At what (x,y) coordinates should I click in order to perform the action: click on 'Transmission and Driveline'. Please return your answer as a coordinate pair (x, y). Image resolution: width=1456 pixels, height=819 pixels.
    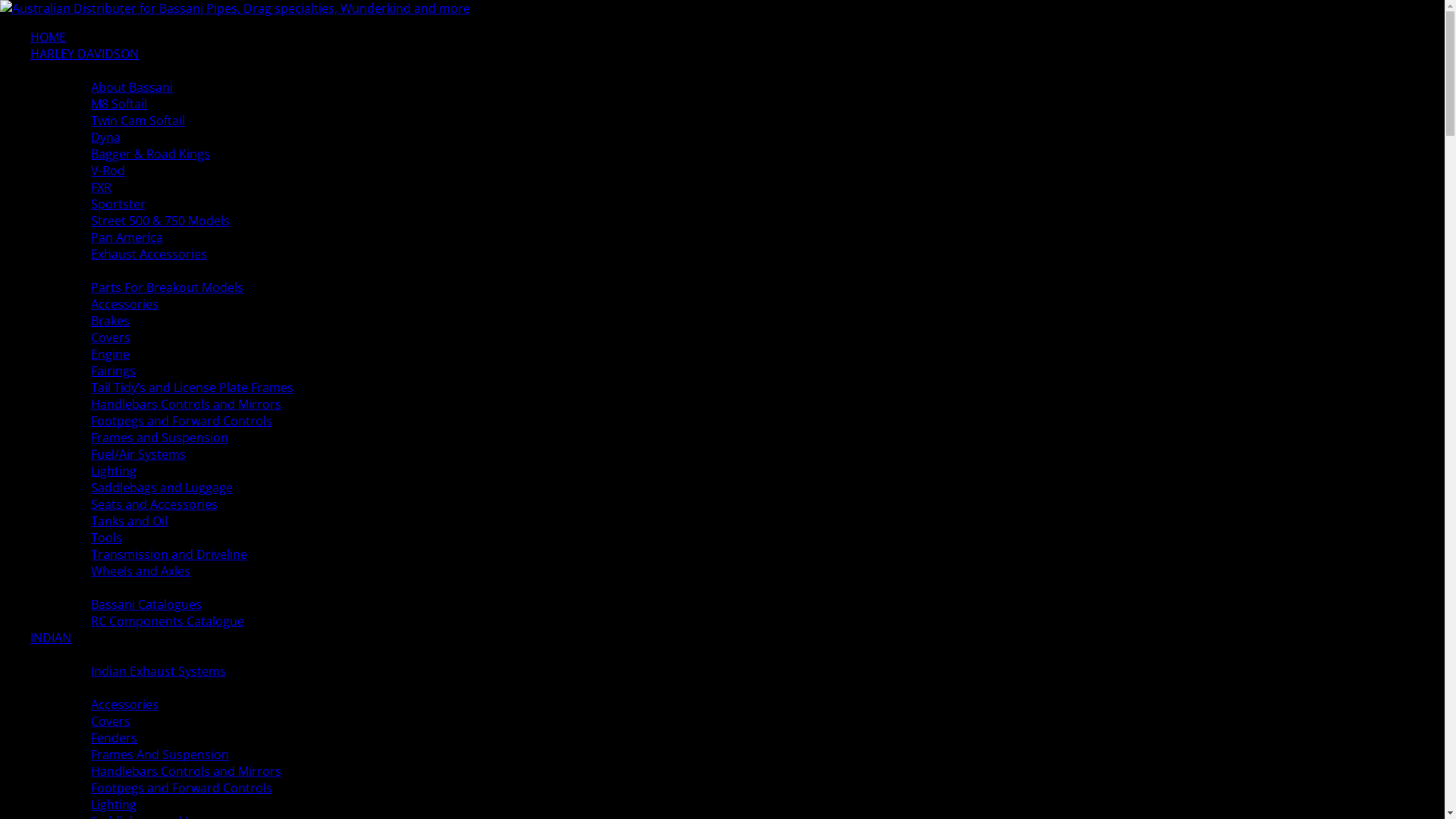
    Looking at the image, I should click on (90, 554).